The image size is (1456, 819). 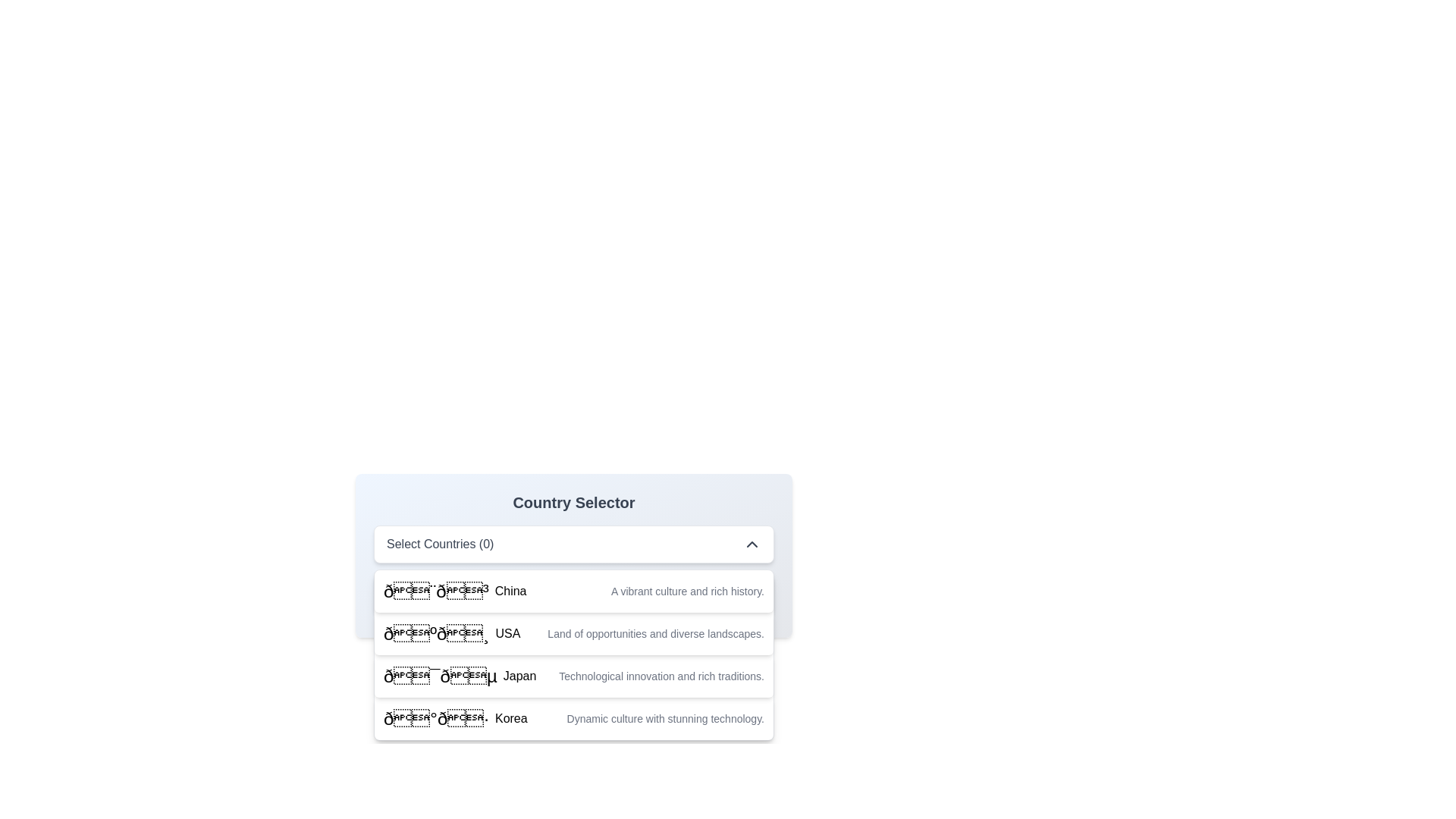 What do you see at coordinates (665, 718) in the screenshot?
I see `the Text label containing the phrase 'Dynamic culture with stunning technology.' located to the right of the 'Korea' label in the list below the 'Country Selector' header` at bounding box center [665, 718].